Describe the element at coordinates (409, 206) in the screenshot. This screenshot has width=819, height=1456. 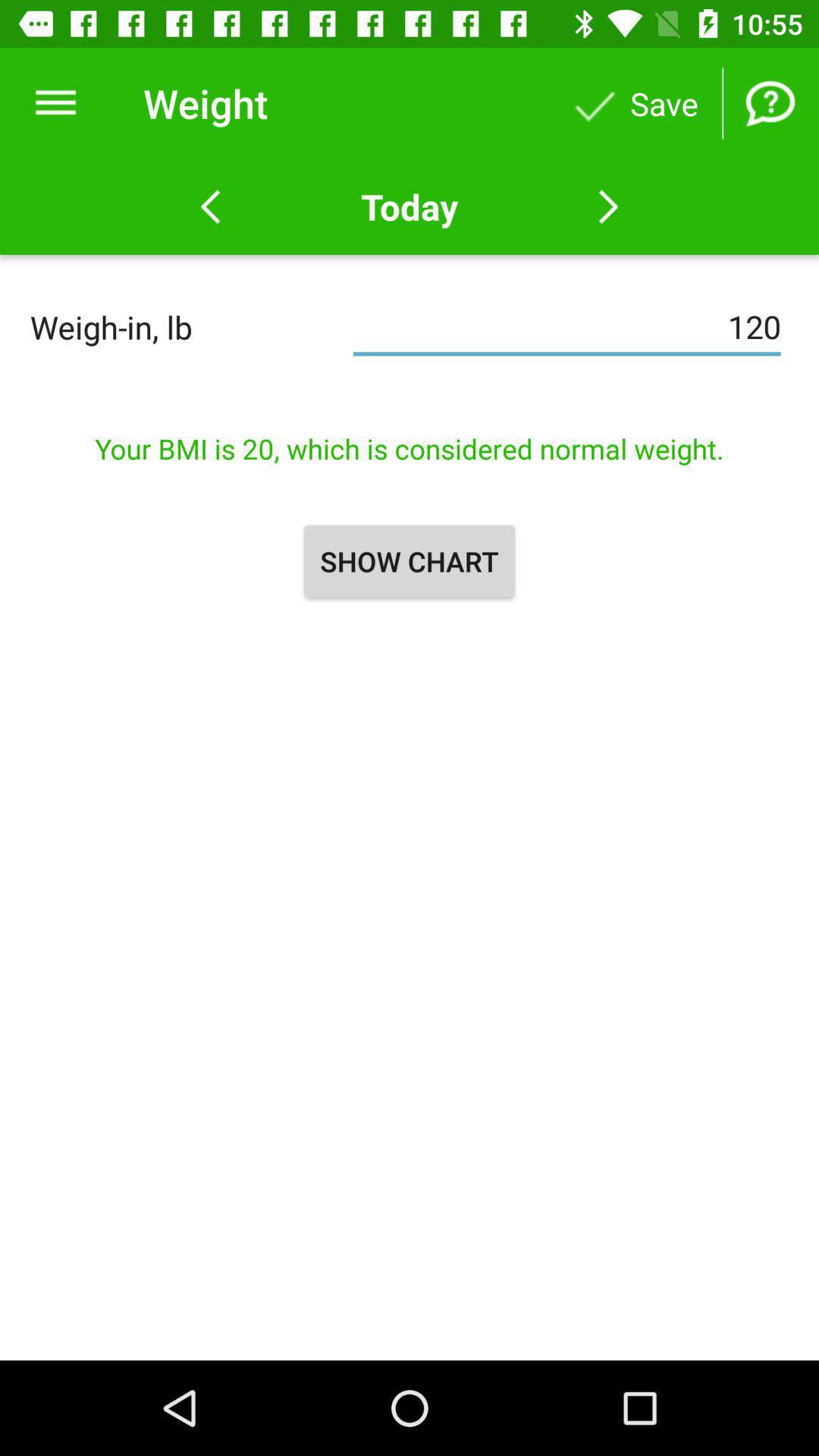
I see `icon above the 120 icon` at that location.